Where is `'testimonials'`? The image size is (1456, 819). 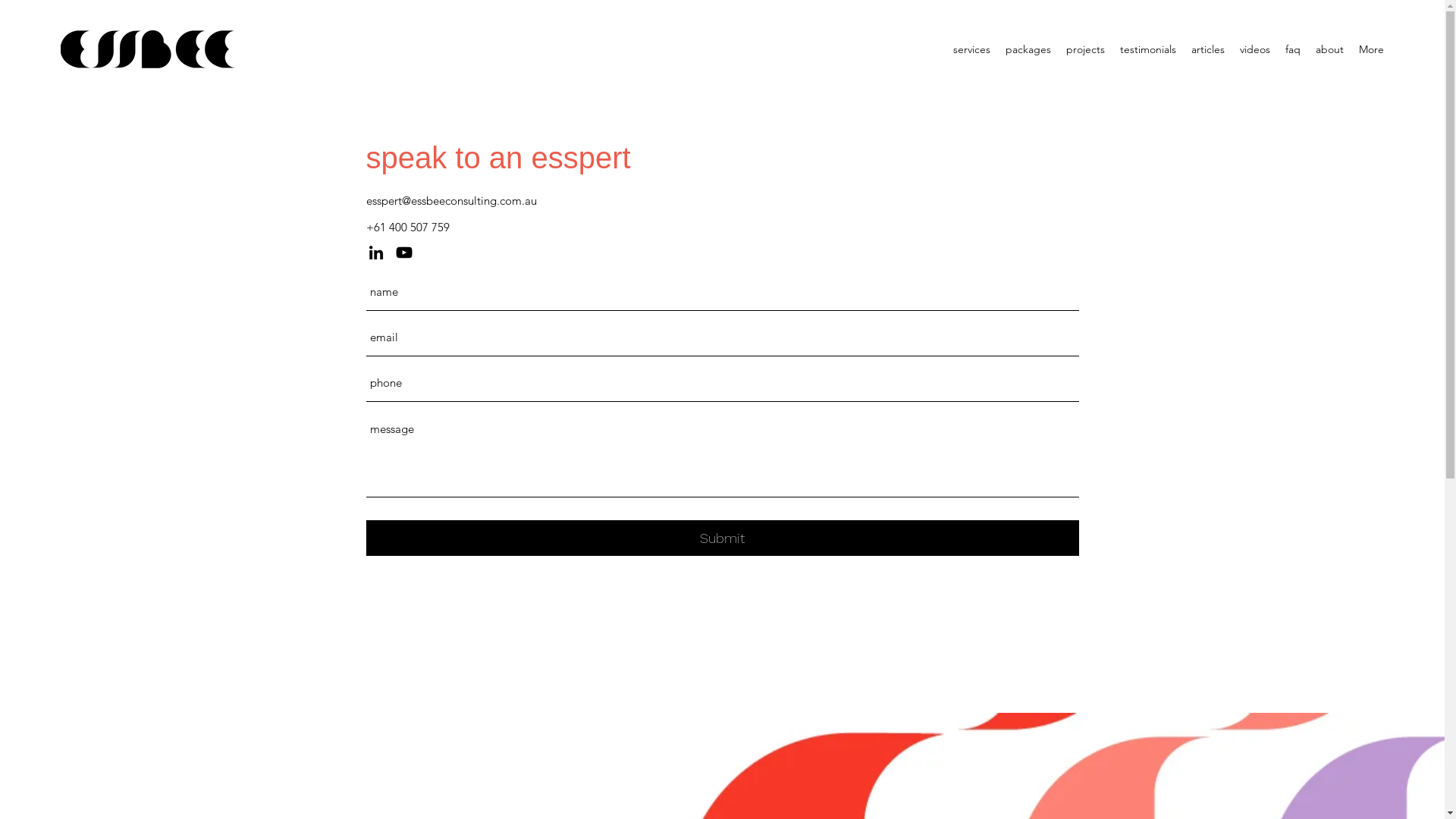
'testimonials' is located at coordinates (1147, 49).